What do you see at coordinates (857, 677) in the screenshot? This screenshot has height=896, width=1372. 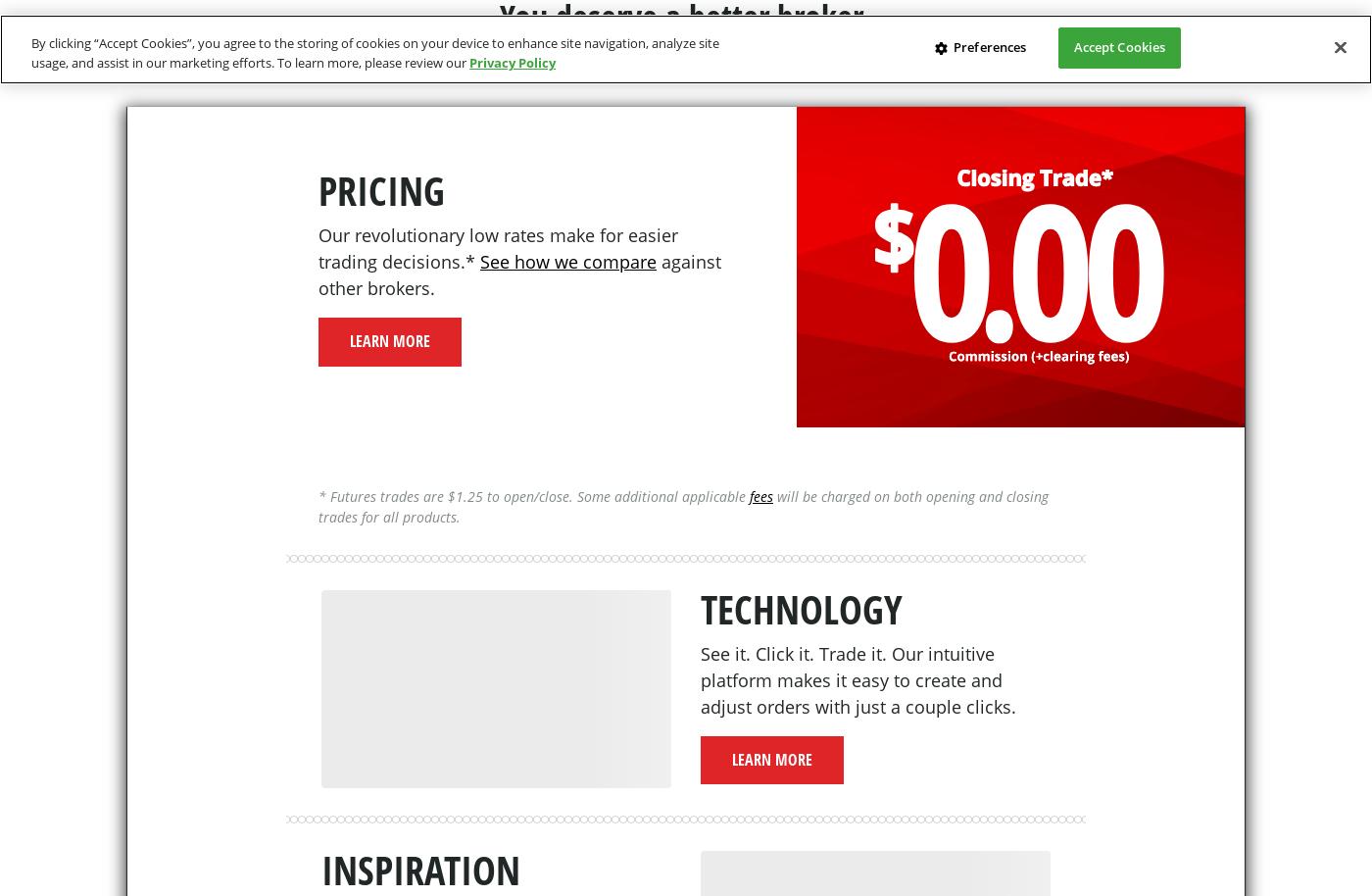 I see `'See it. Click it. Trade it. Our intuitive platform makes it easy to create and adjust orders with just a couple clicks.'` at bounding box center [857, 677].